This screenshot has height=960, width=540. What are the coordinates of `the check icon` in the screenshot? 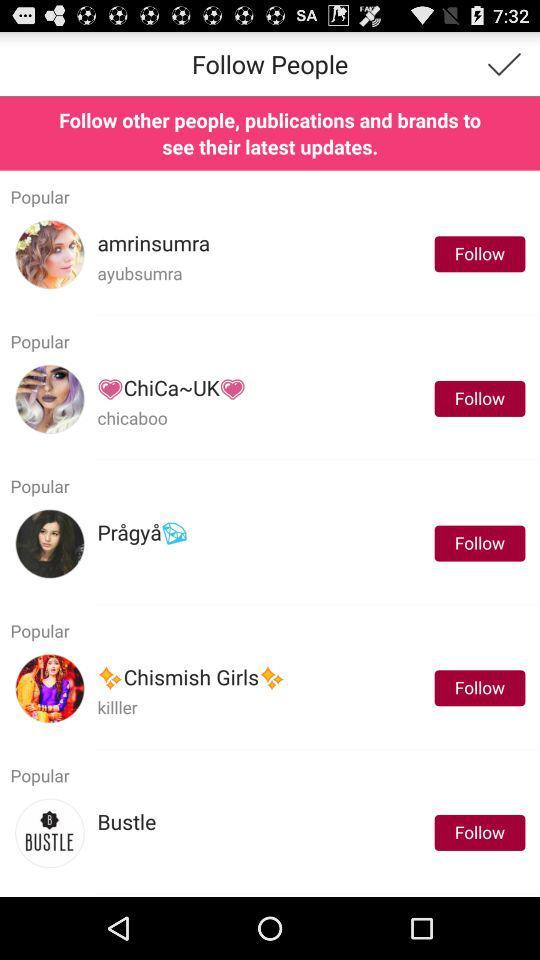 It's located at (503, 68).